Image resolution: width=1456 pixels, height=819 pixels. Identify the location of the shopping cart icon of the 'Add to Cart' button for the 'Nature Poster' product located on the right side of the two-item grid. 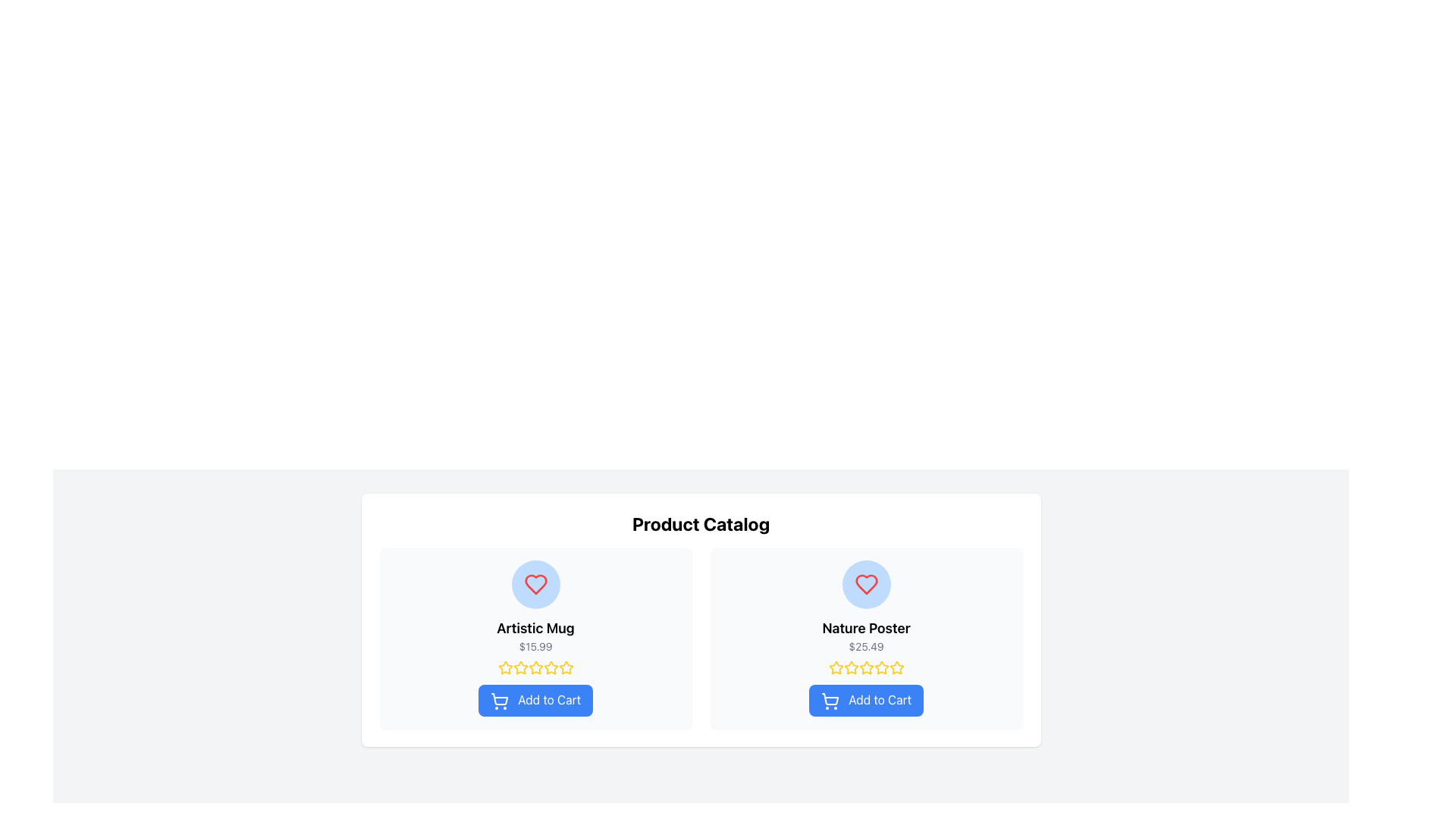
(829, 701).